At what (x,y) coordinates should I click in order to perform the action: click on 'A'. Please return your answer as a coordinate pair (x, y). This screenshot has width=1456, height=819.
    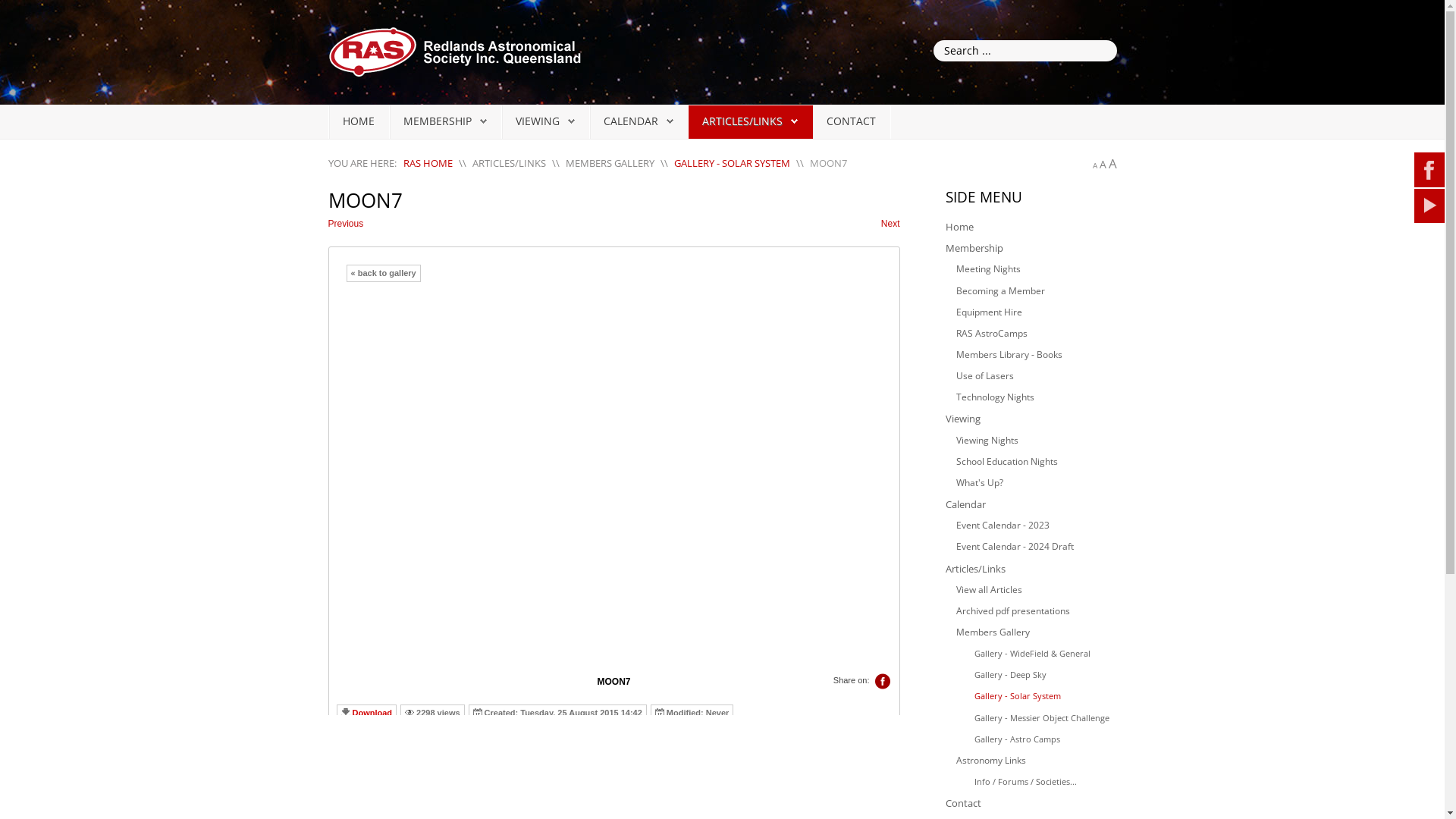
    Looking at the image, I should click on (1099, 164).